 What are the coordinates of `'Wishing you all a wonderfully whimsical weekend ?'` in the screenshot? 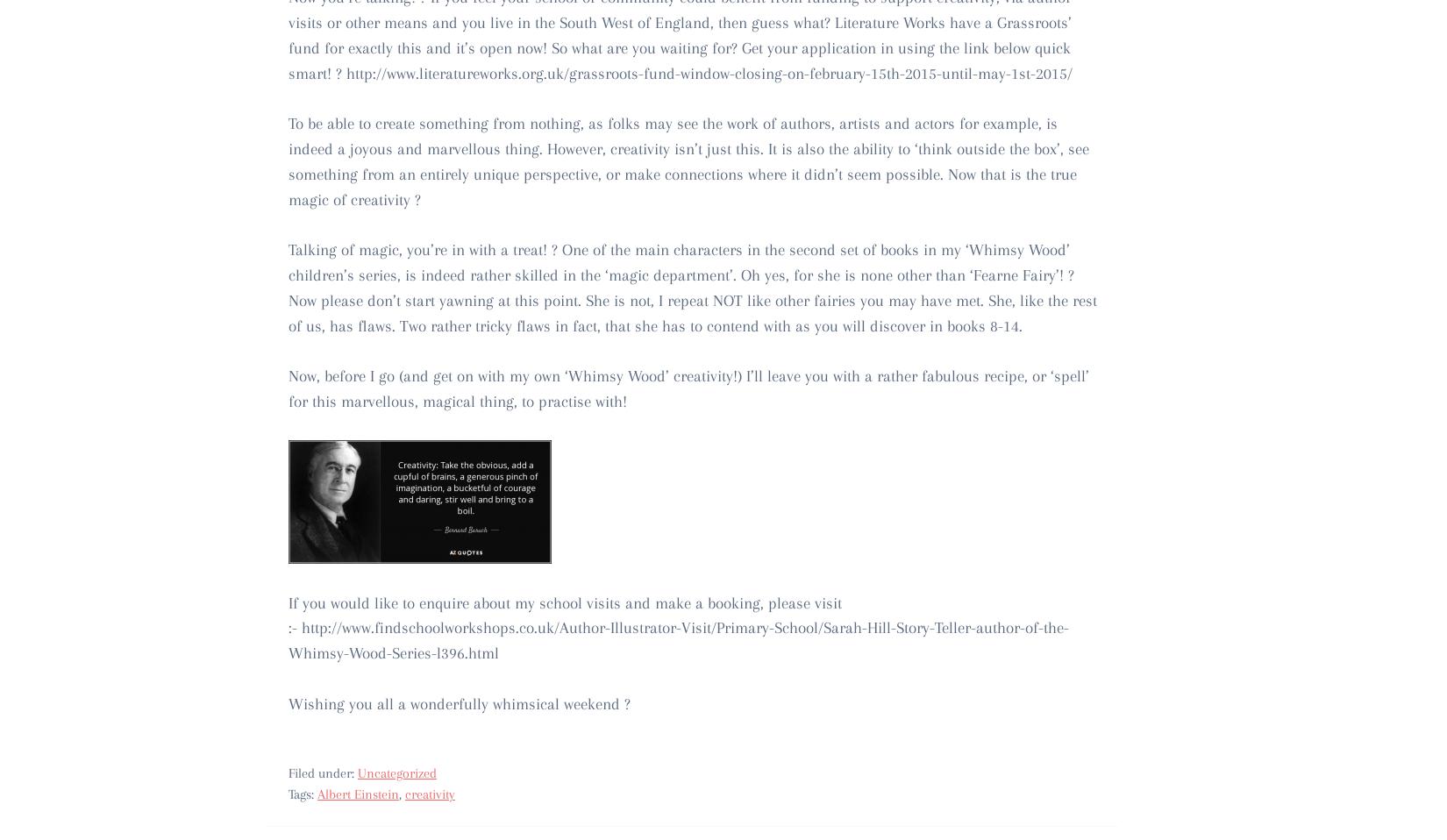 It's located at (289, 701).